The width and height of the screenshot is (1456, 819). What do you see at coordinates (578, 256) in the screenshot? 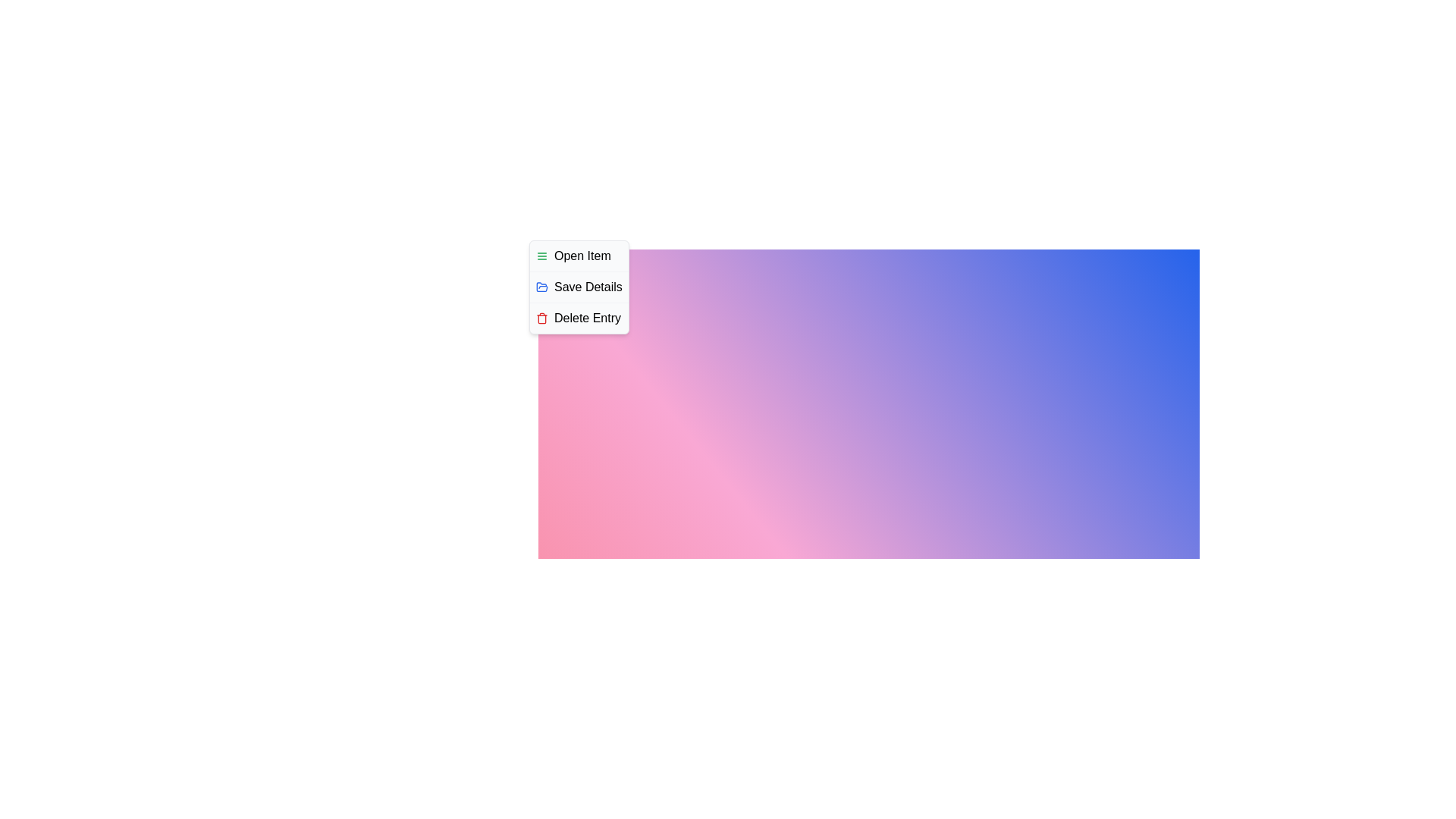
I see `the 'Open Item' option in the context menu` at bounding box center [578, 256].